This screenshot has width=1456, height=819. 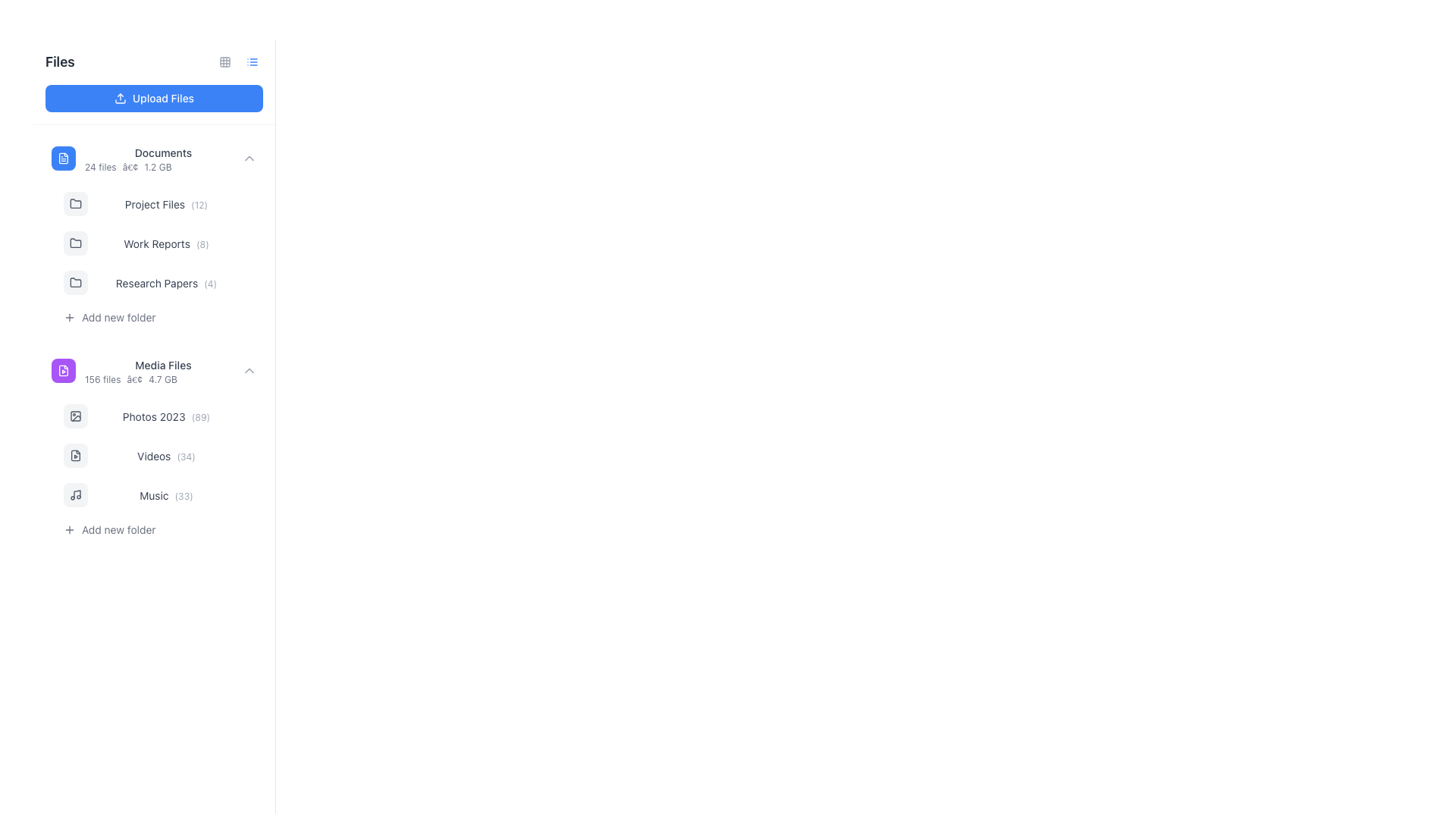 I want to click on the graphical icon representing the 'Media Files' category located in the left sidebar, positioned near the top-left corner of the list, just before the text 'Media Files', so click(x=62, y=371).